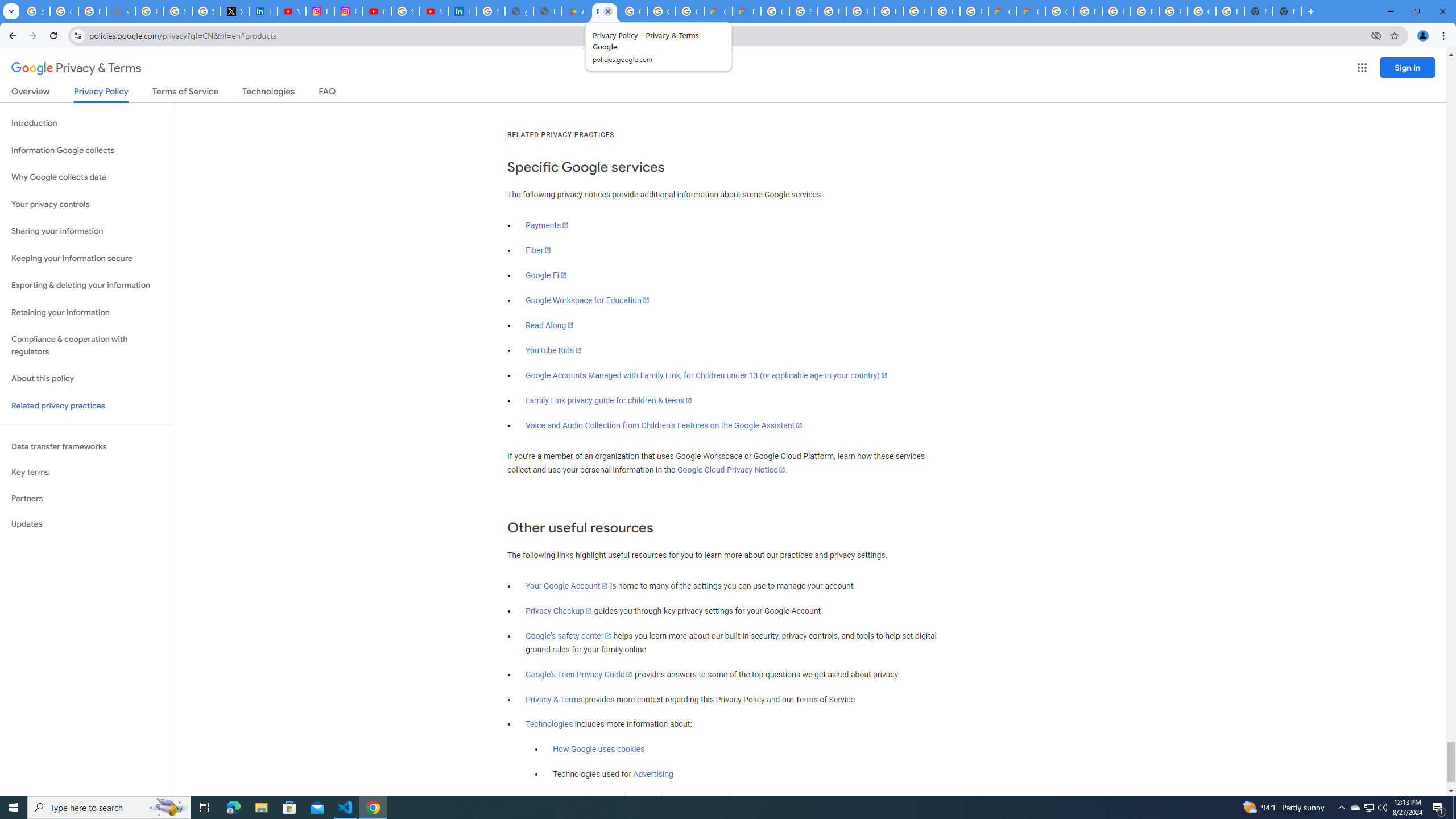  What do you see at coordinates (185, 93) in the screenshot?
I see `'Terms of Service'` at bounding box center [185, 93].